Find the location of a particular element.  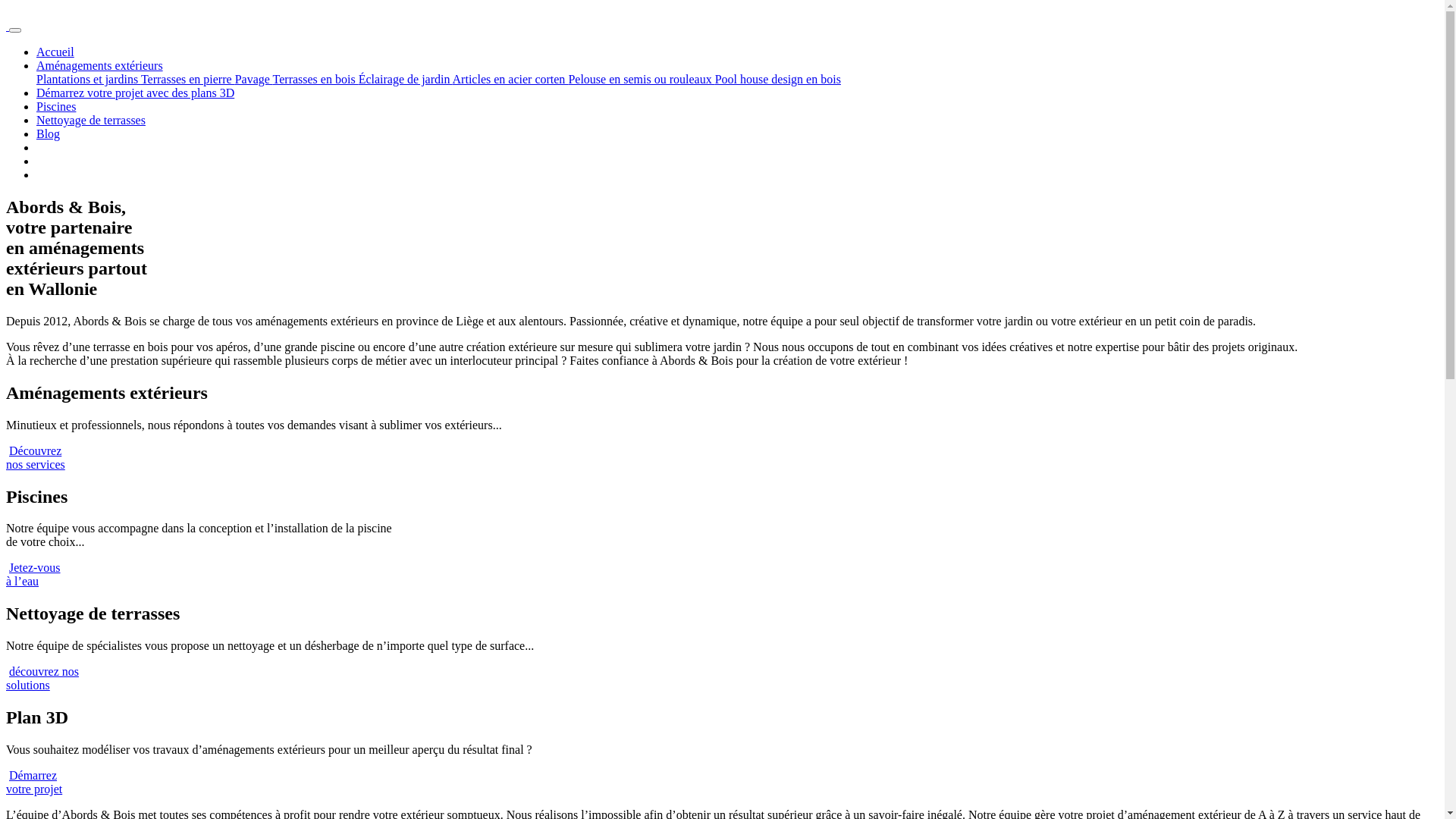

'Piscines' is located at coordinates (55, 105).